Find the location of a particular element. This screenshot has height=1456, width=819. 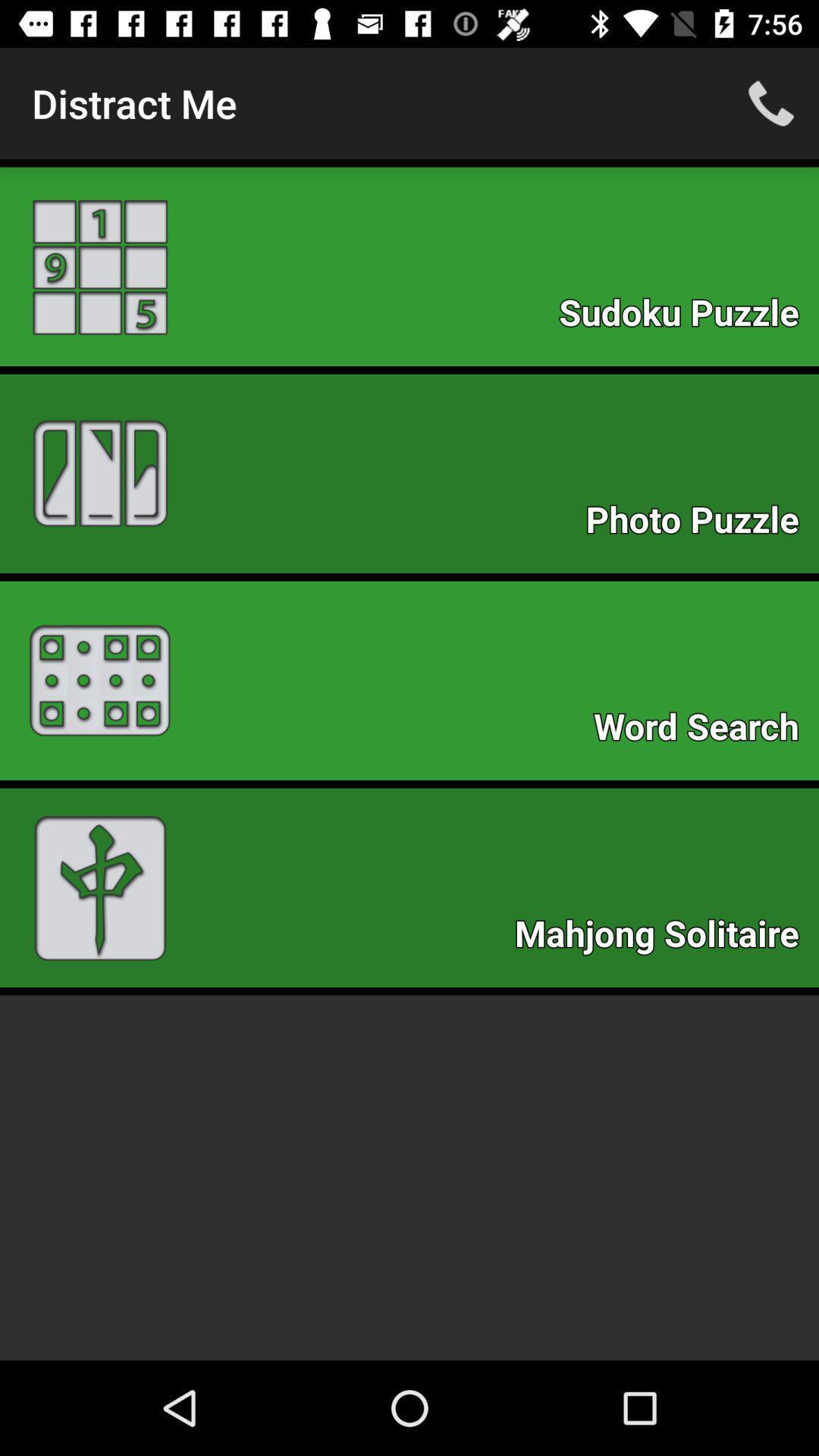

icon next to the distract me is located at coordinates (771, 102).